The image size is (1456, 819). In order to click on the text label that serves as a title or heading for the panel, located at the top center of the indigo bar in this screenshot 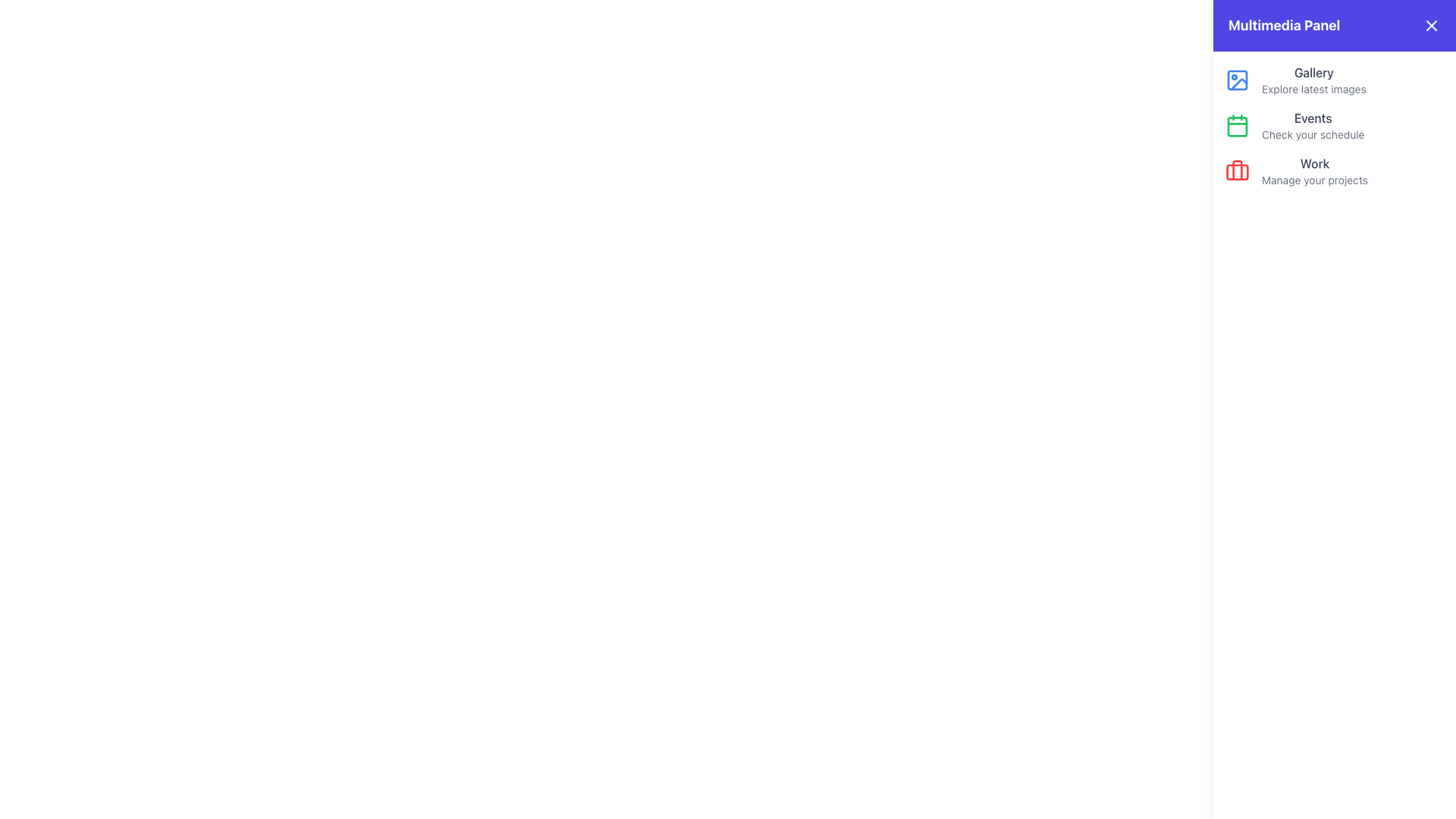, I will do `click(1283, 26)`.